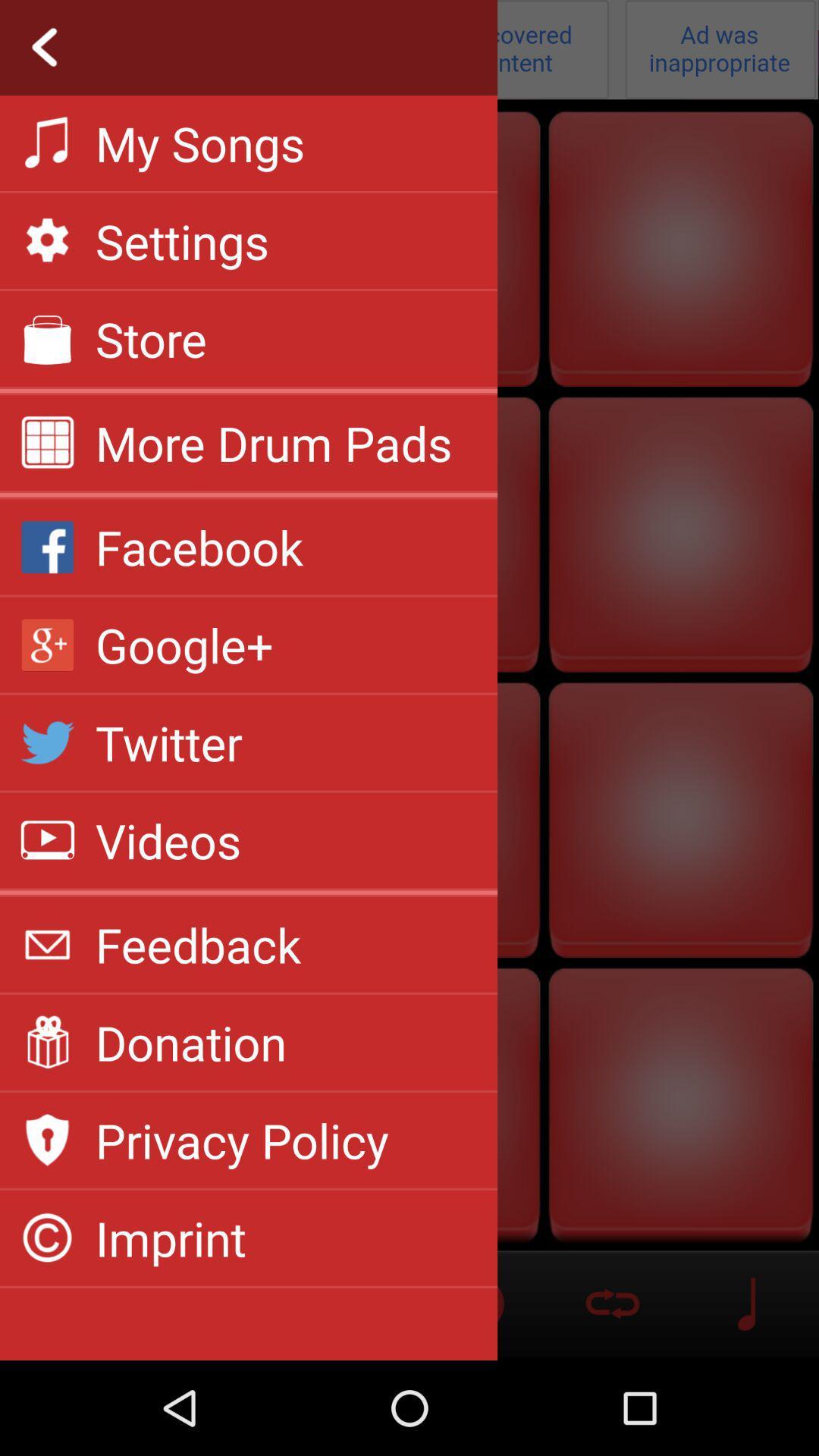 This screenshot has height=1456, width=819. Describe the element at coordinates (184, 645) in the screenshot. I see `the item above the twitter` at that location.